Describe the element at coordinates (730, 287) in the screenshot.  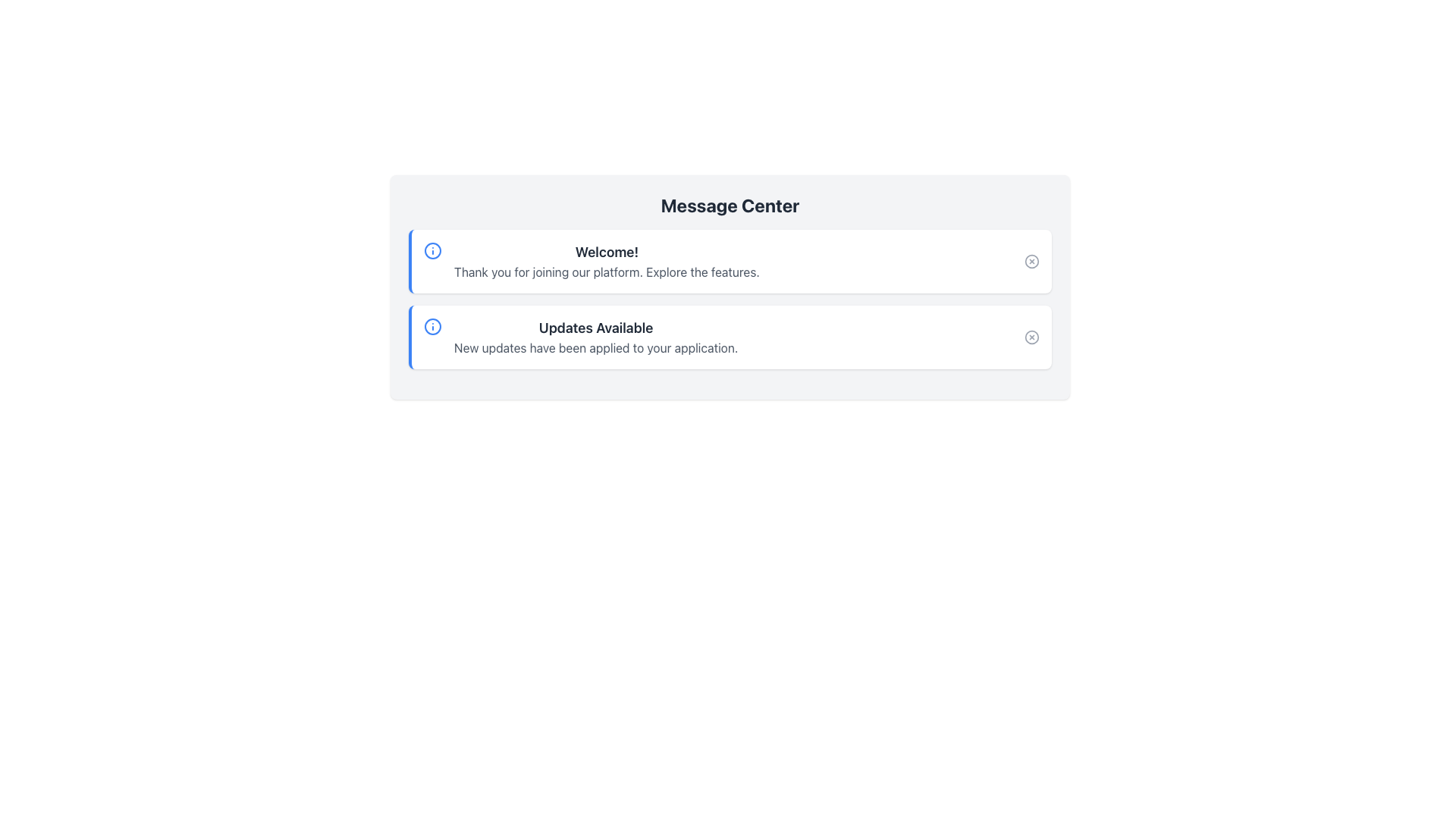
I see `the centrally positioned informational panel that displays introductory and update messages for the user` at that location.